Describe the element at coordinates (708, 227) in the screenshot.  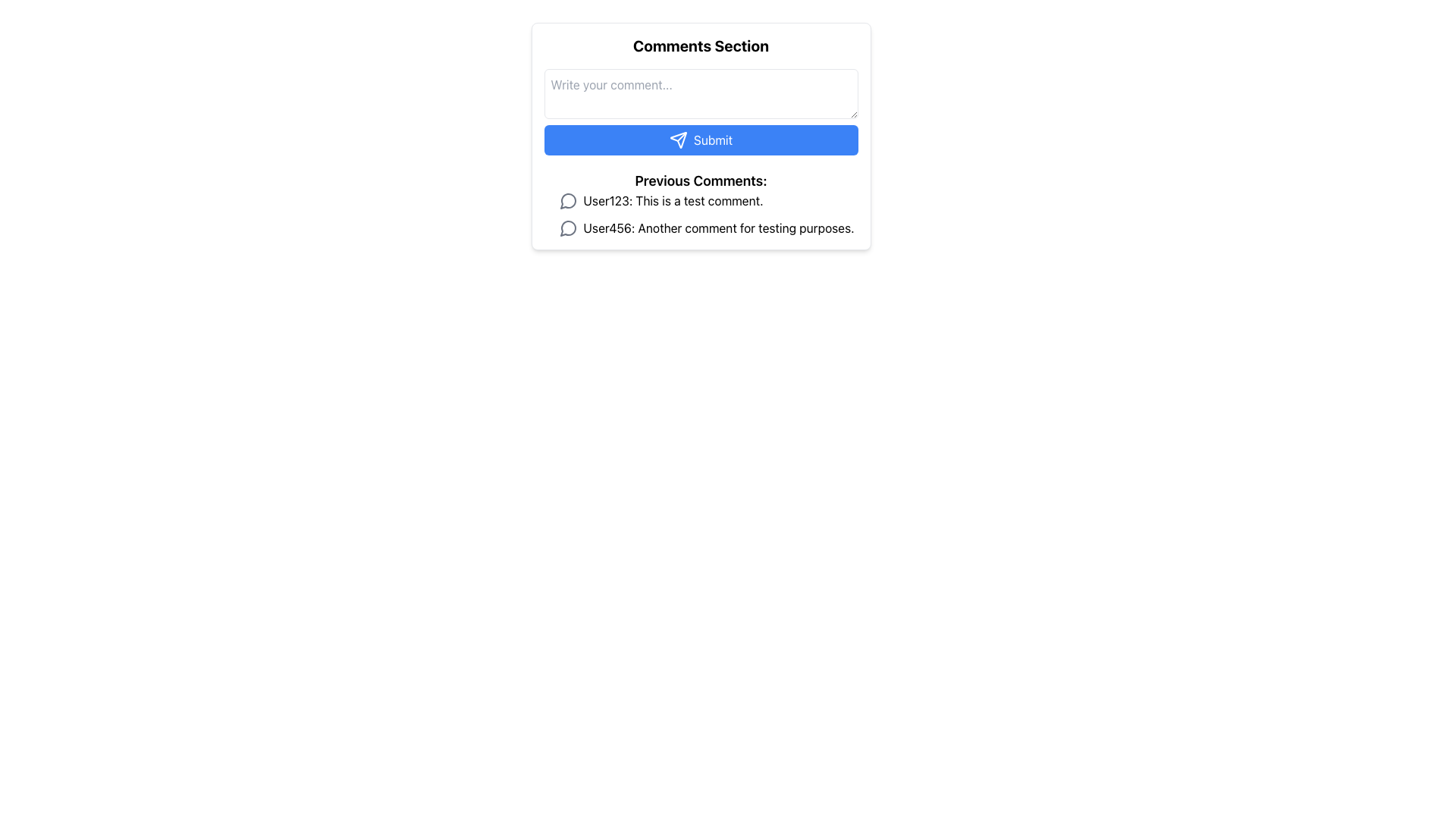
I see `the icon accompanying the comment from 'User456' which is the second comment listed under 'Previous Comments:'` at that location.